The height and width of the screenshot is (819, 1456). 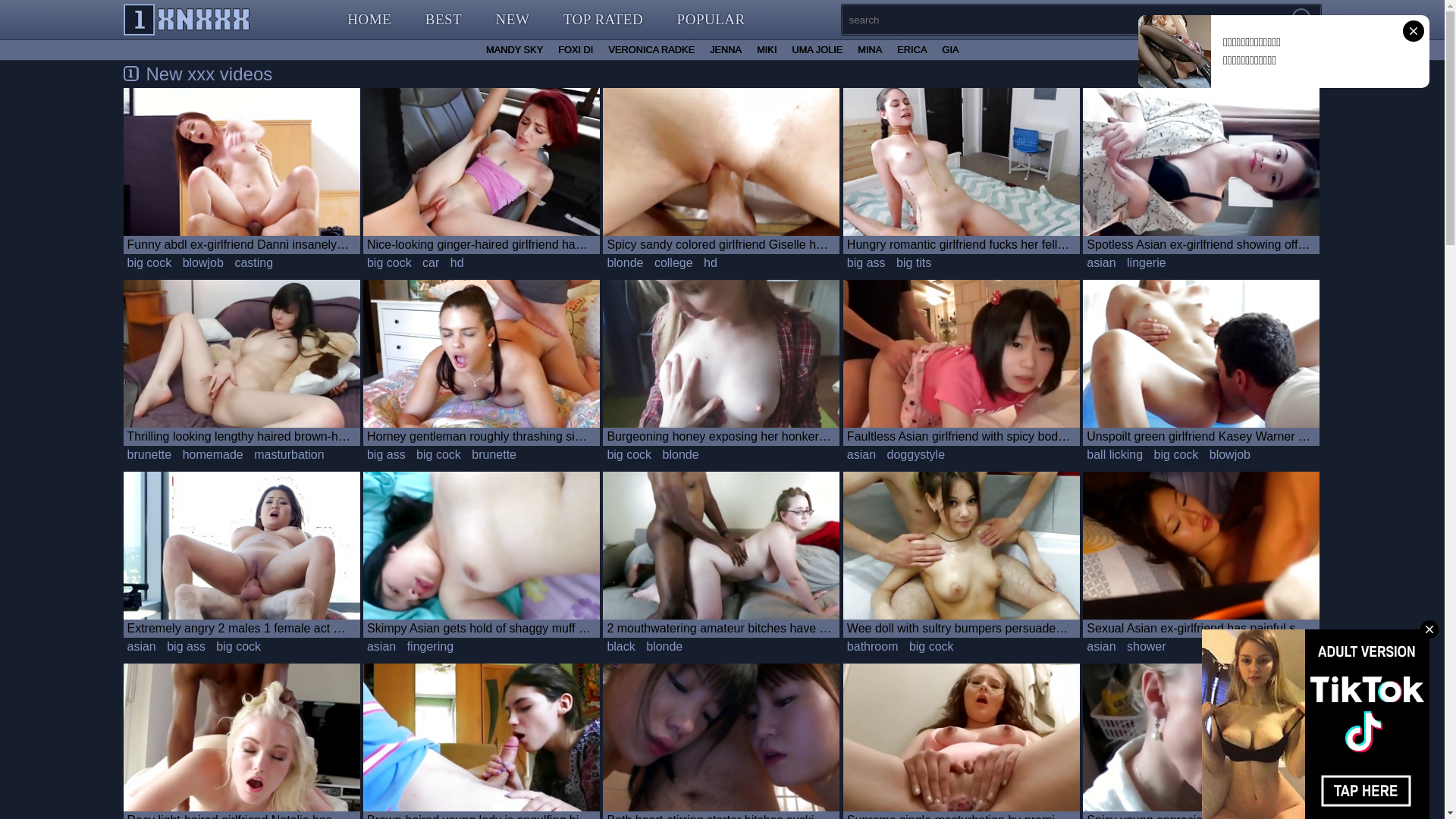 I want to click on 'Funny abdl ex-girlfriend Danni insanely riding on wang', so click(x=240, y=171).